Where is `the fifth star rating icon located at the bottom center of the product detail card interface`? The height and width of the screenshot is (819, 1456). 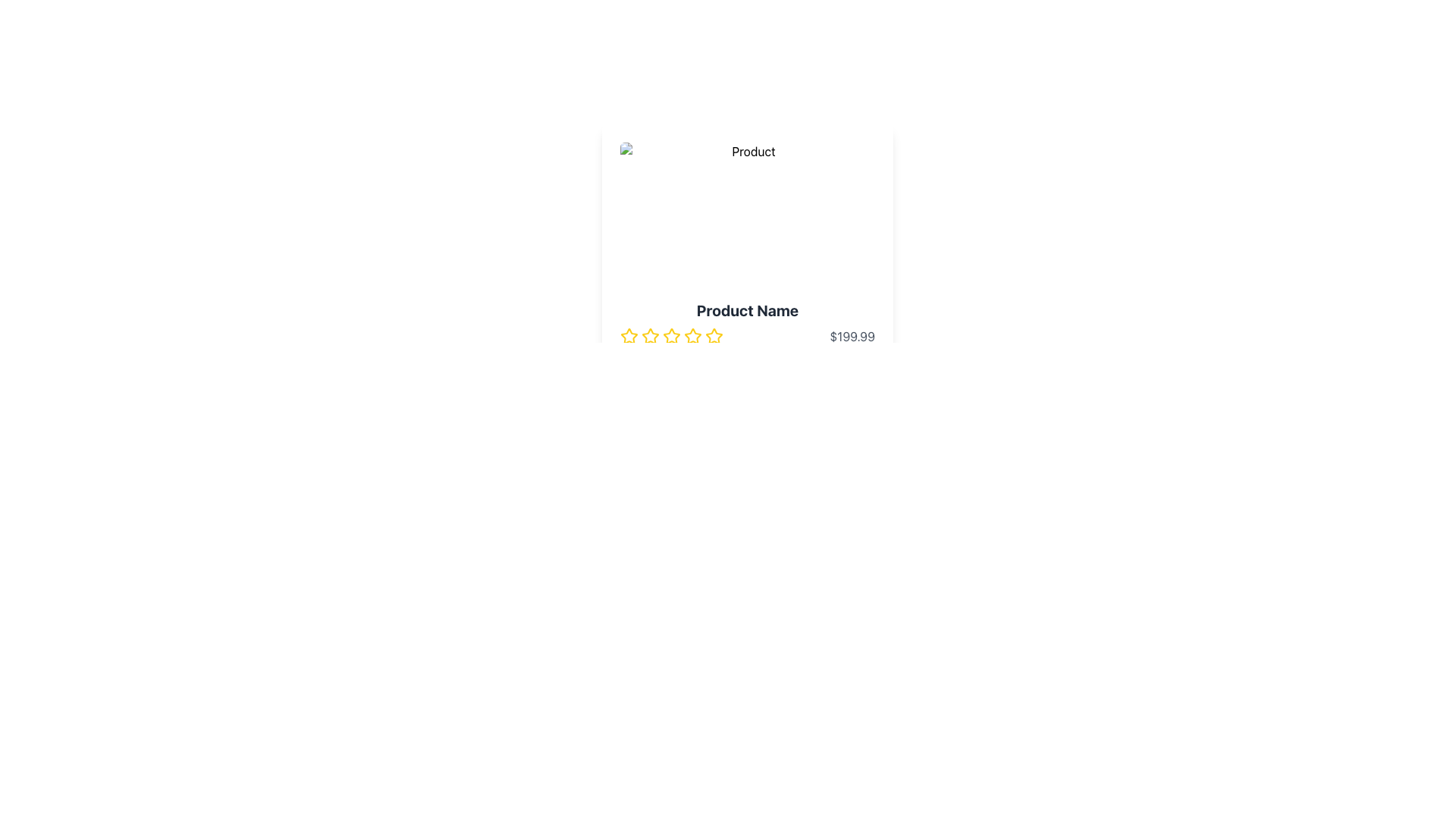
the fifth star rating icon located at the bottom center of the product detail card interface is located at coordinates (713, 335).